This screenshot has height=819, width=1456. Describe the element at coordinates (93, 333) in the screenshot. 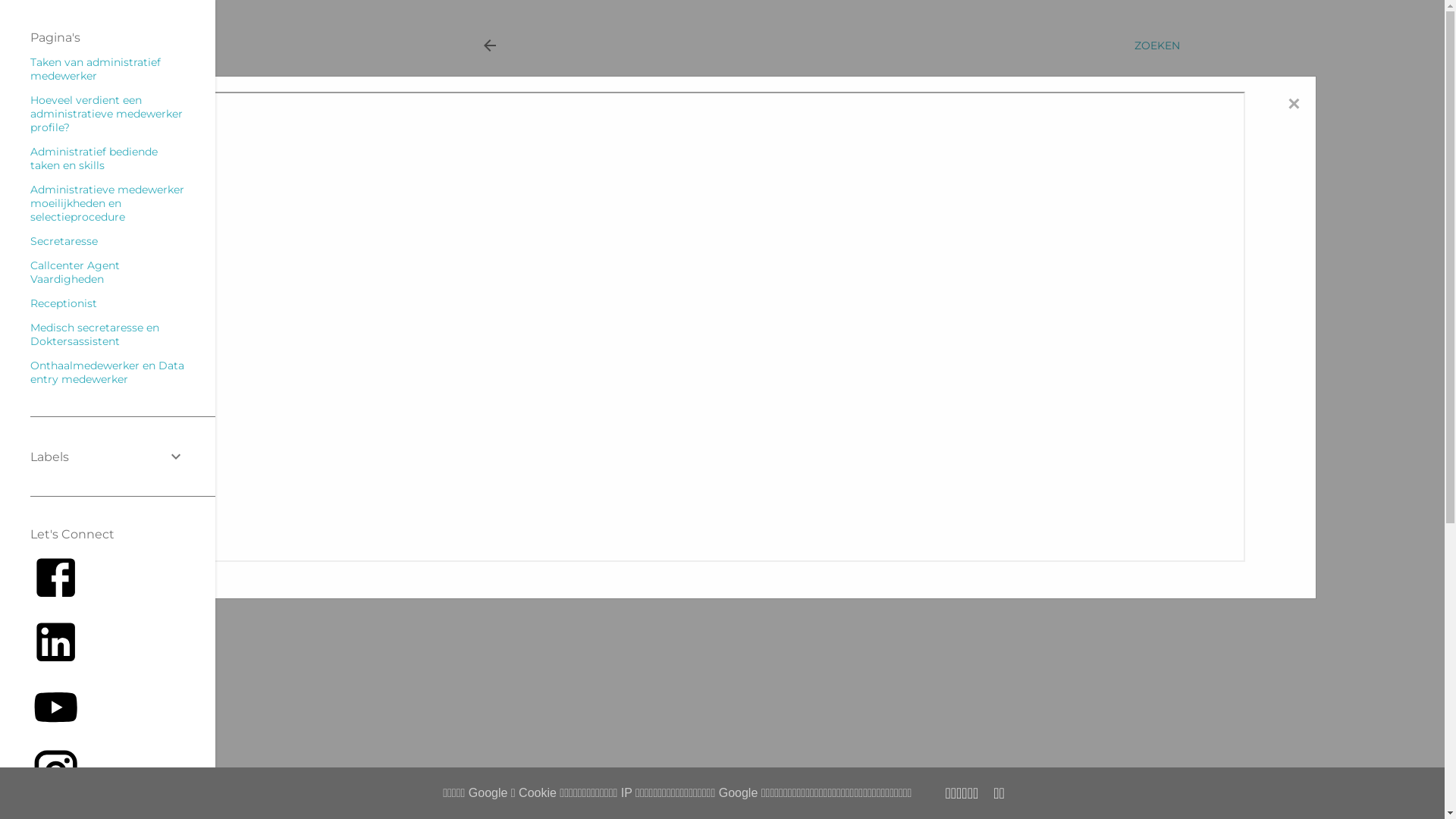

I see `'Medisch secretaresse en Doktersassistent'` at that location.